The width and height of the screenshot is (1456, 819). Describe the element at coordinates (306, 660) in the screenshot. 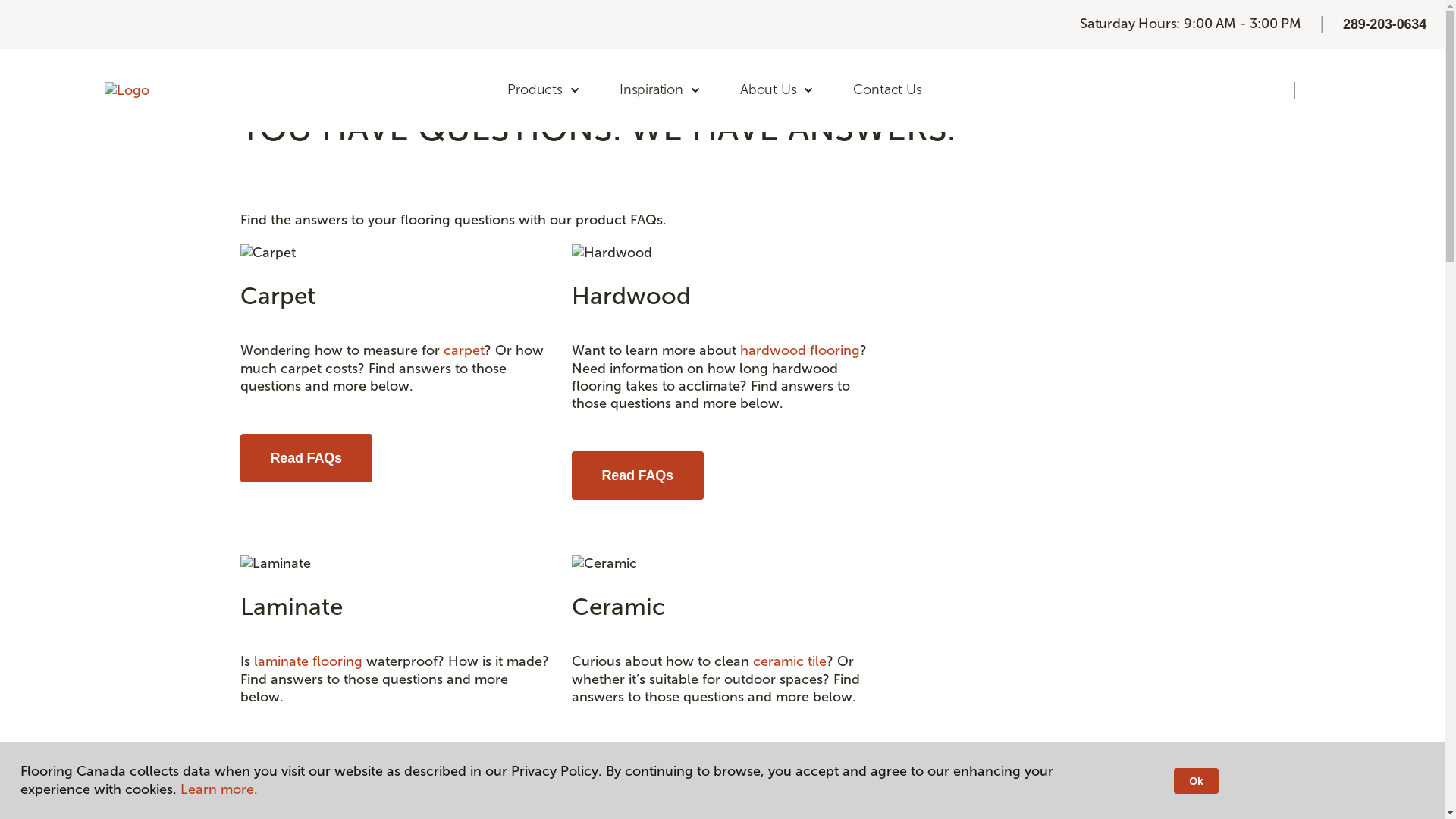

I see `'laminate flooring'` at that location.